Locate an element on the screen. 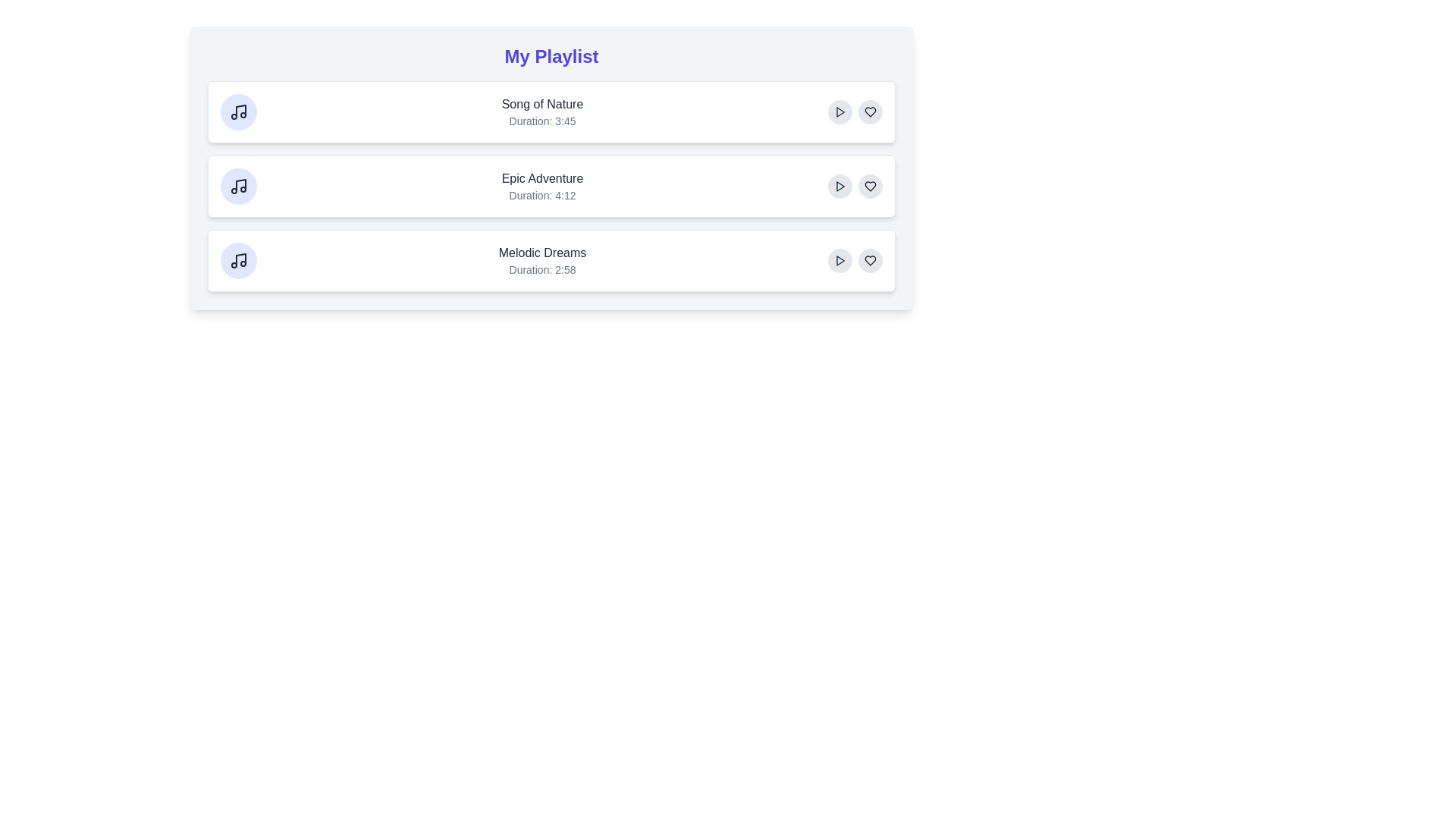 This screenshot has width=1456, height=819. the track Song of Nature from the playlist is located at coordinates (551, 111).